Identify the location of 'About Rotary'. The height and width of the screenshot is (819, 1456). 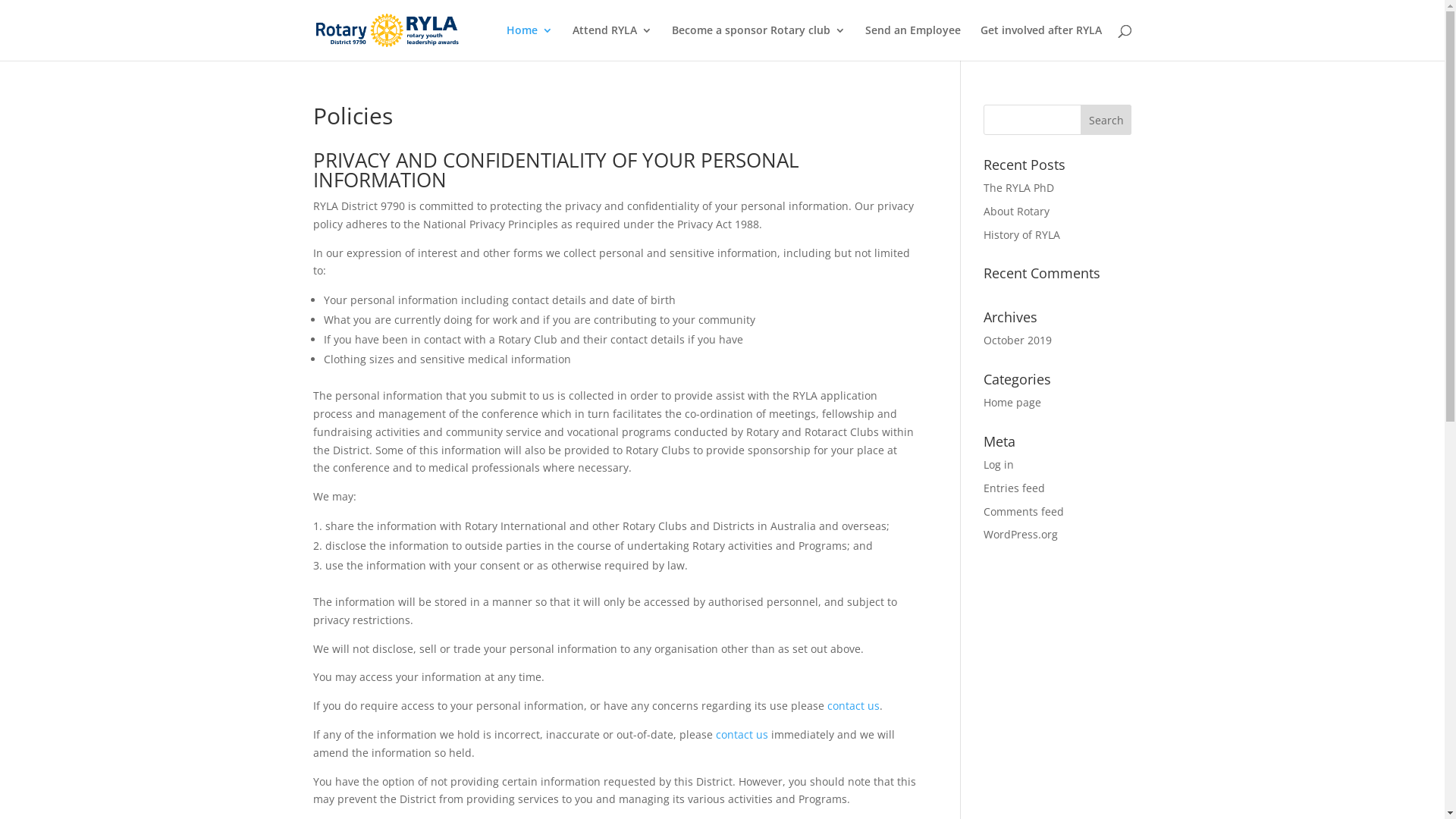
(983, 211).